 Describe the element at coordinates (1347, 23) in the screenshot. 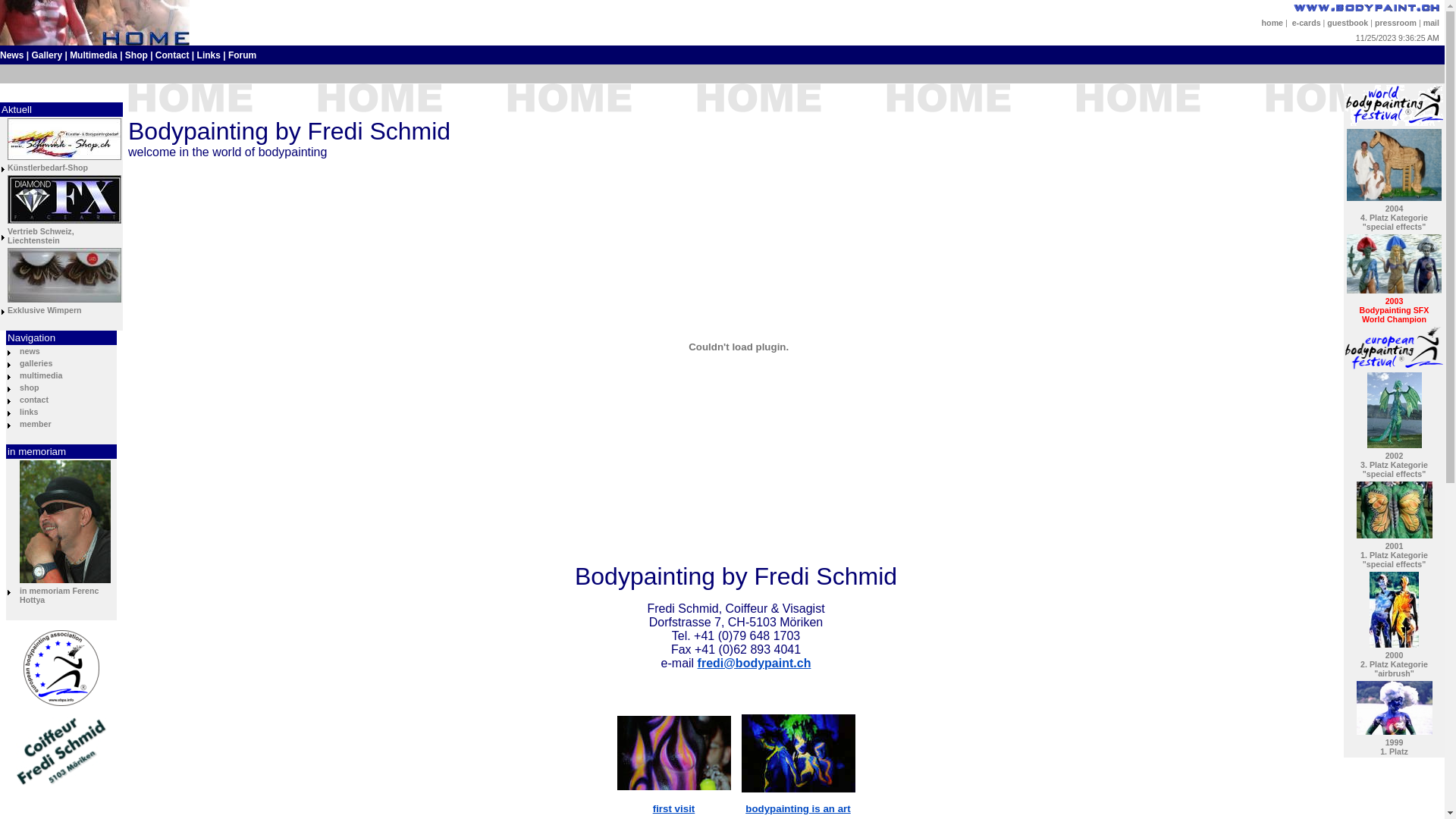

I see `'guestbook'` at that location.